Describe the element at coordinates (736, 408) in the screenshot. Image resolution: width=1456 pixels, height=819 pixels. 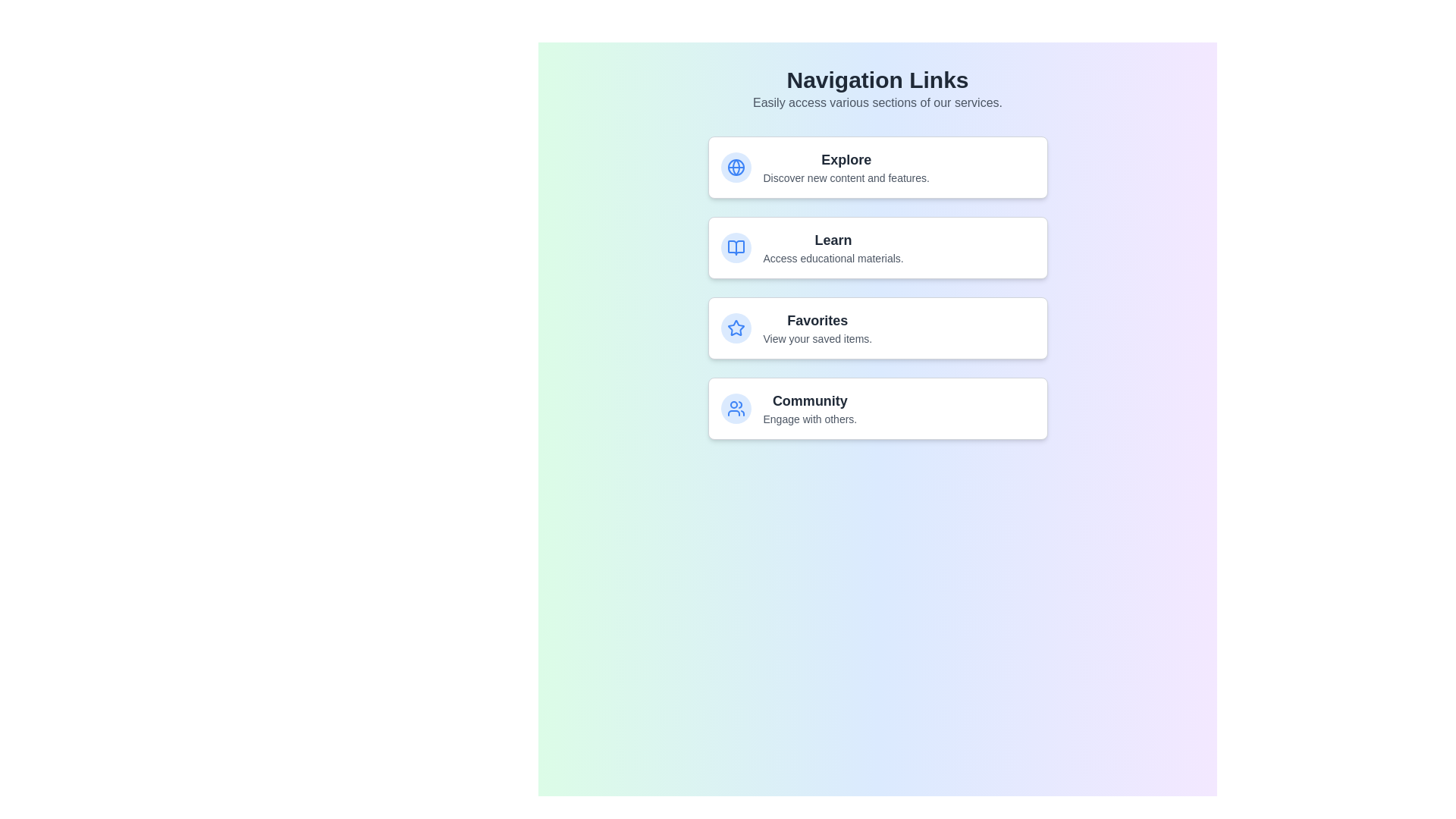
I see `the 'Community' icon in the navigation menu, which is the last link in the list, visually representing the 'Community' section` at that location.